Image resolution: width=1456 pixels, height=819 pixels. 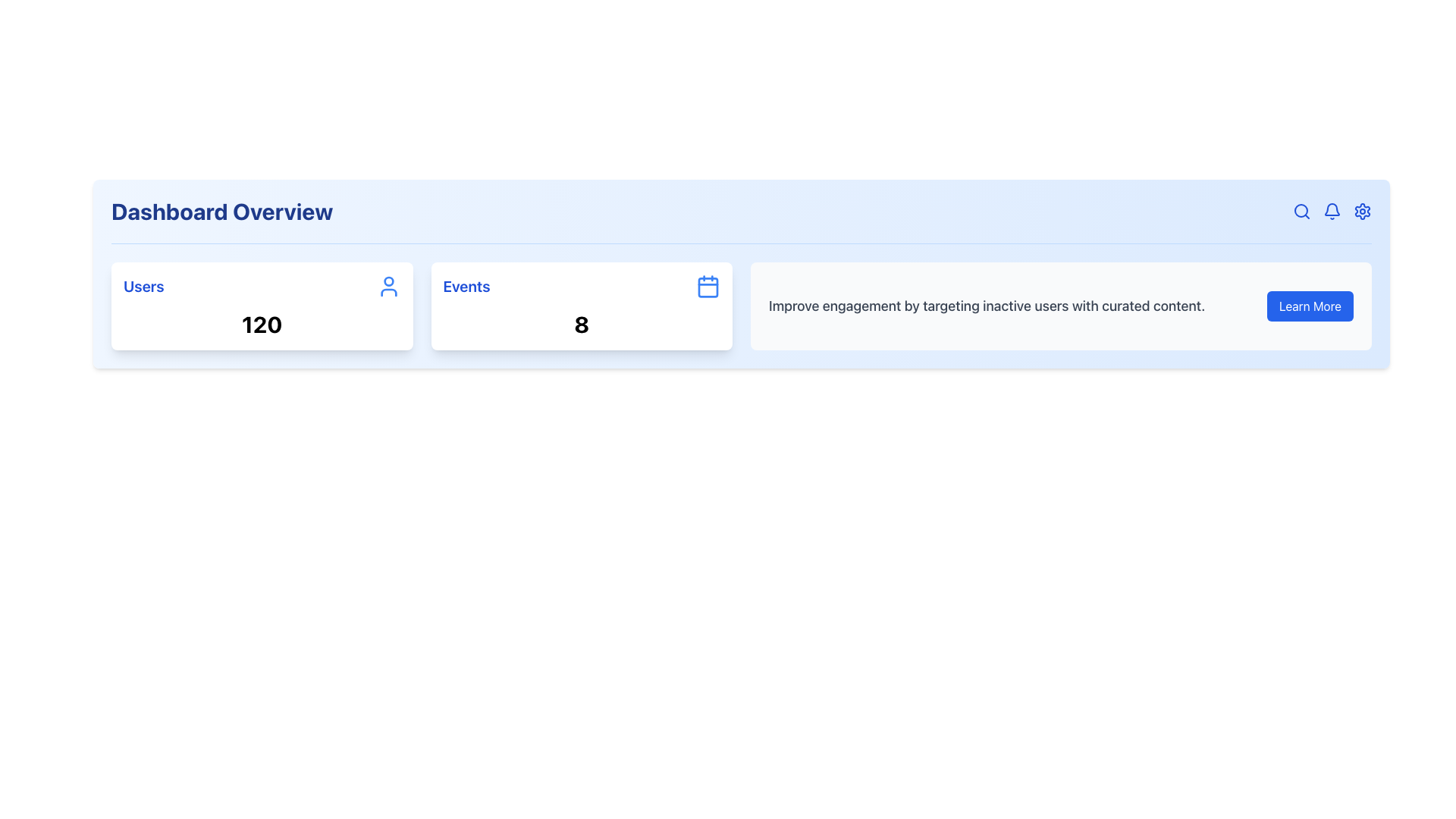 I want to click on the blue-colored user icon styled in a circular outline, located adjacent to the 'Users' label, so click(x=388, y=287).